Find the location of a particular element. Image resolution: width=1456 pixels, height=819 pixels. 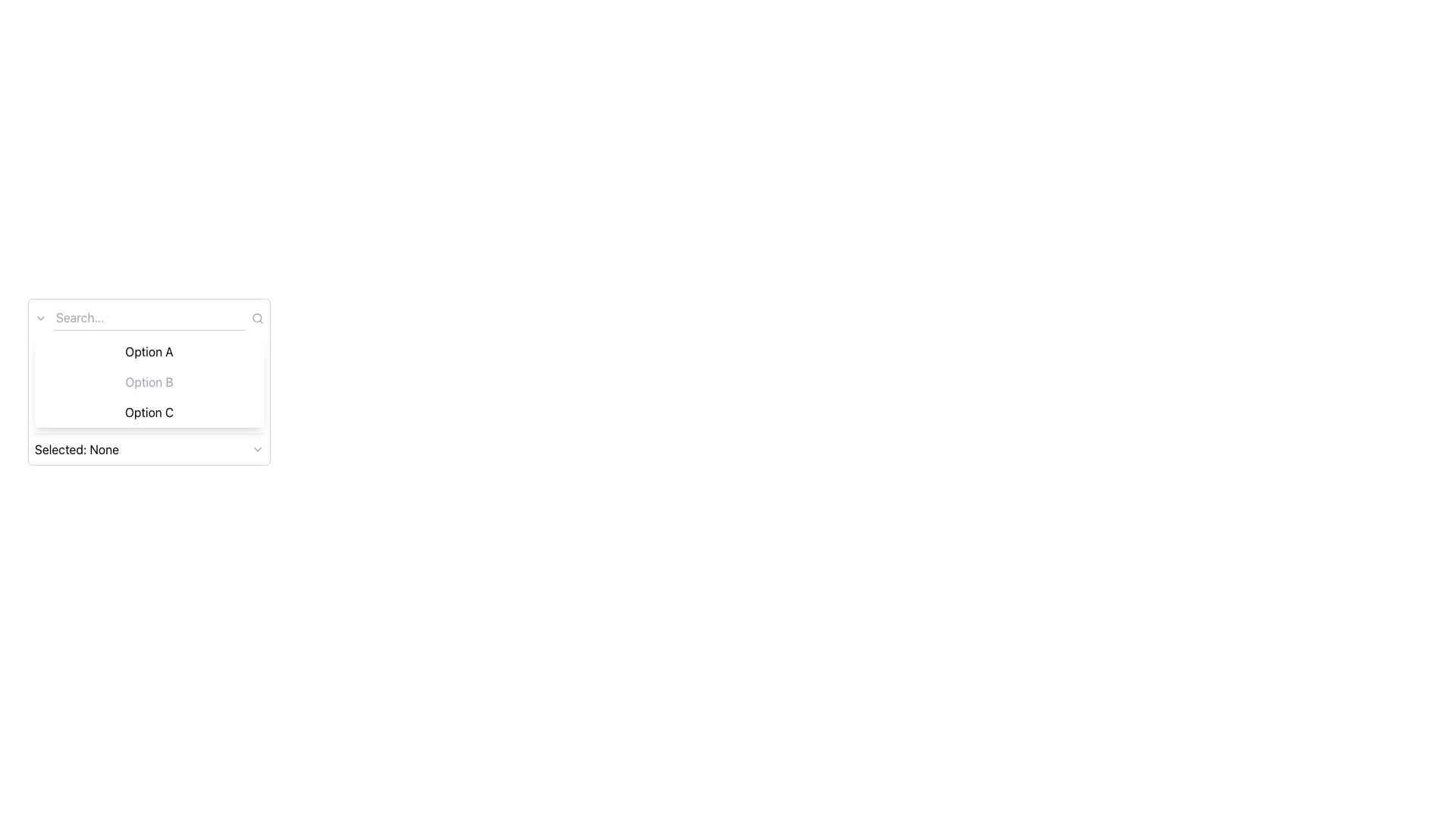

the third option in the dropdown menu is located at coordinates (149, 412).